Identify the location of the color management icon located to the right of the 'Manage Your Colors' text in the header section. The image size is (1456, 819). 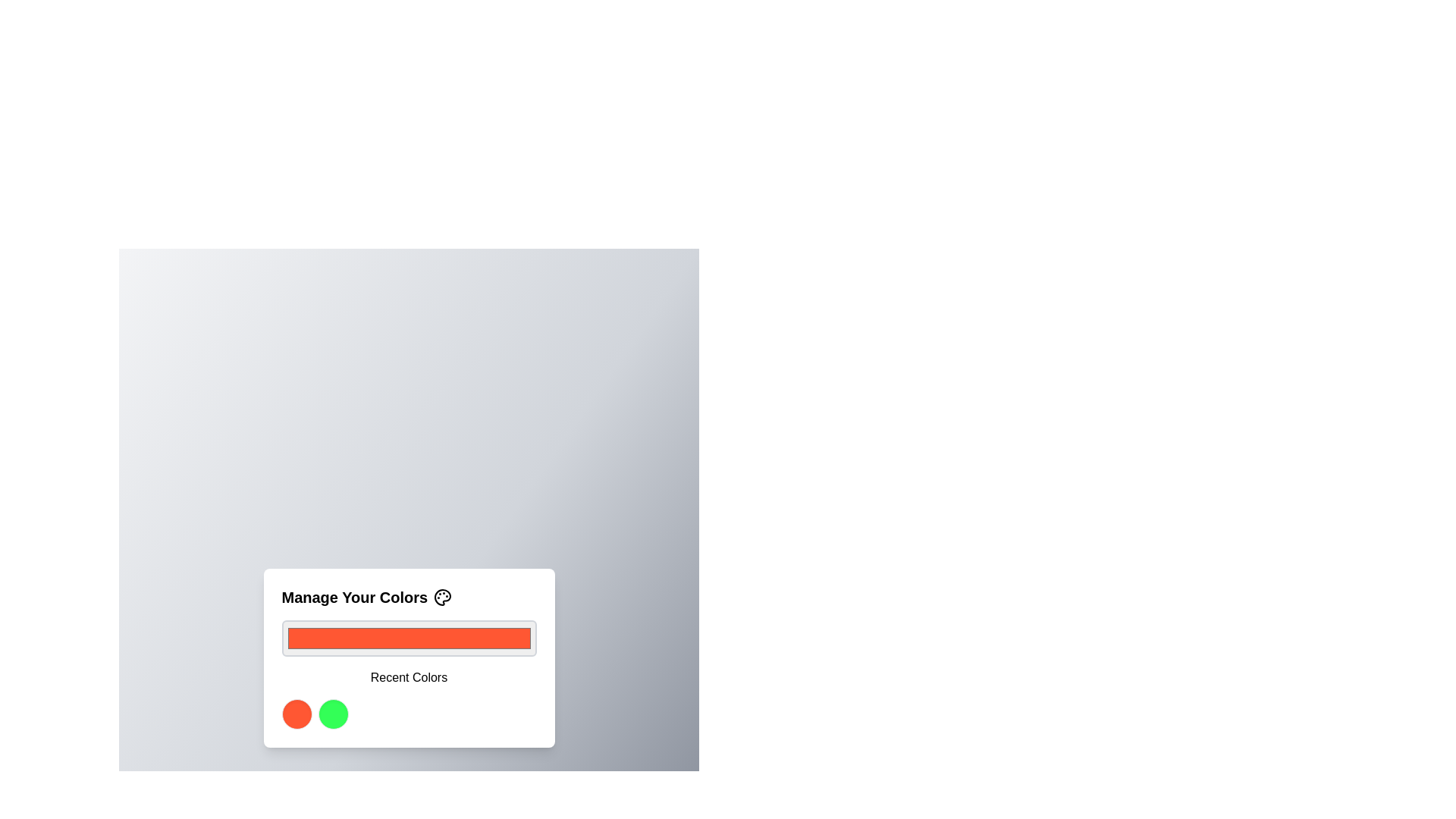
(442, 596).